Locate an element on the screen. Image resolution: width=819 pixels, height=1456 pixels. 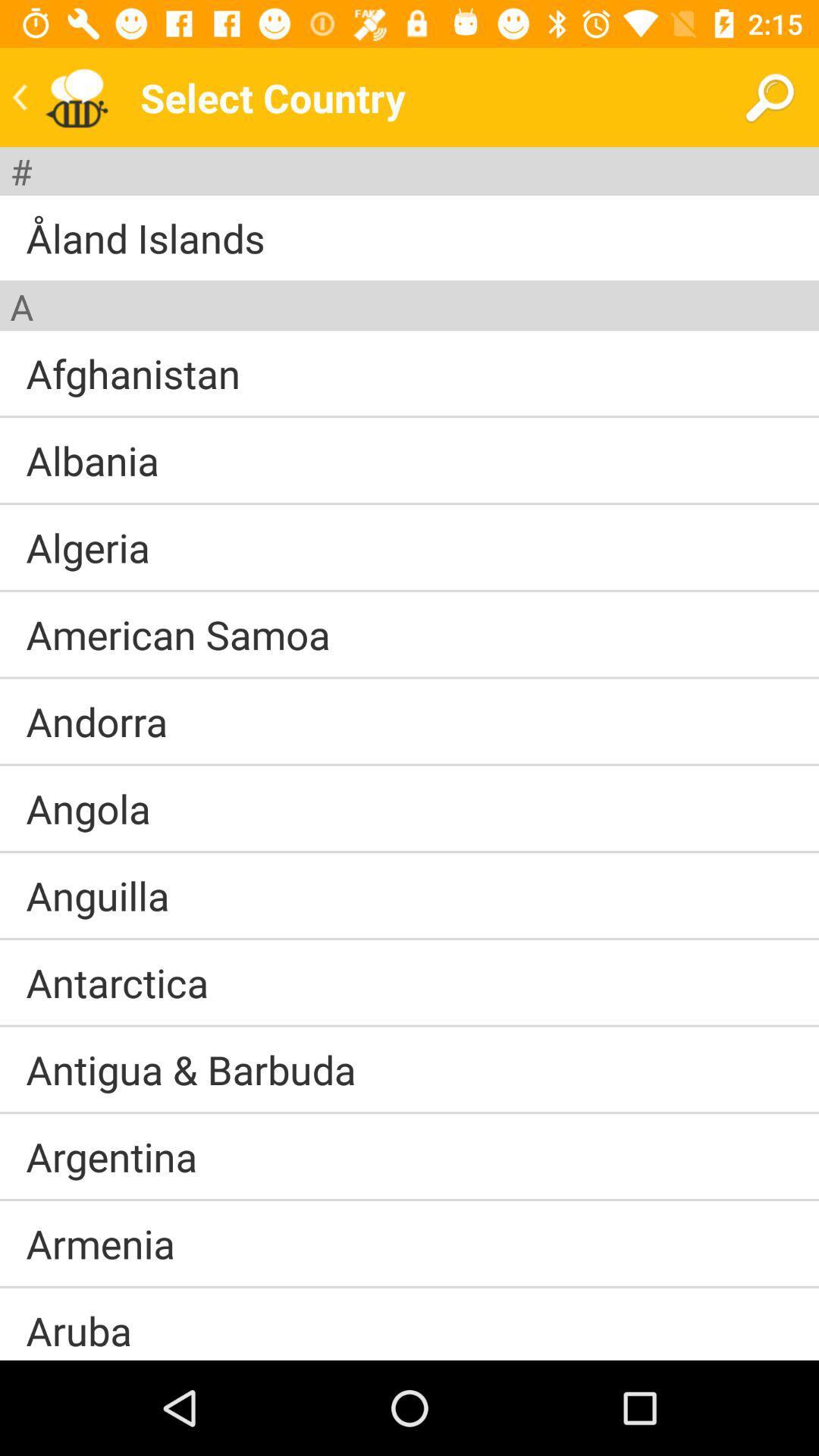
icon below the anguilla item is located at coordinates (409, 938).